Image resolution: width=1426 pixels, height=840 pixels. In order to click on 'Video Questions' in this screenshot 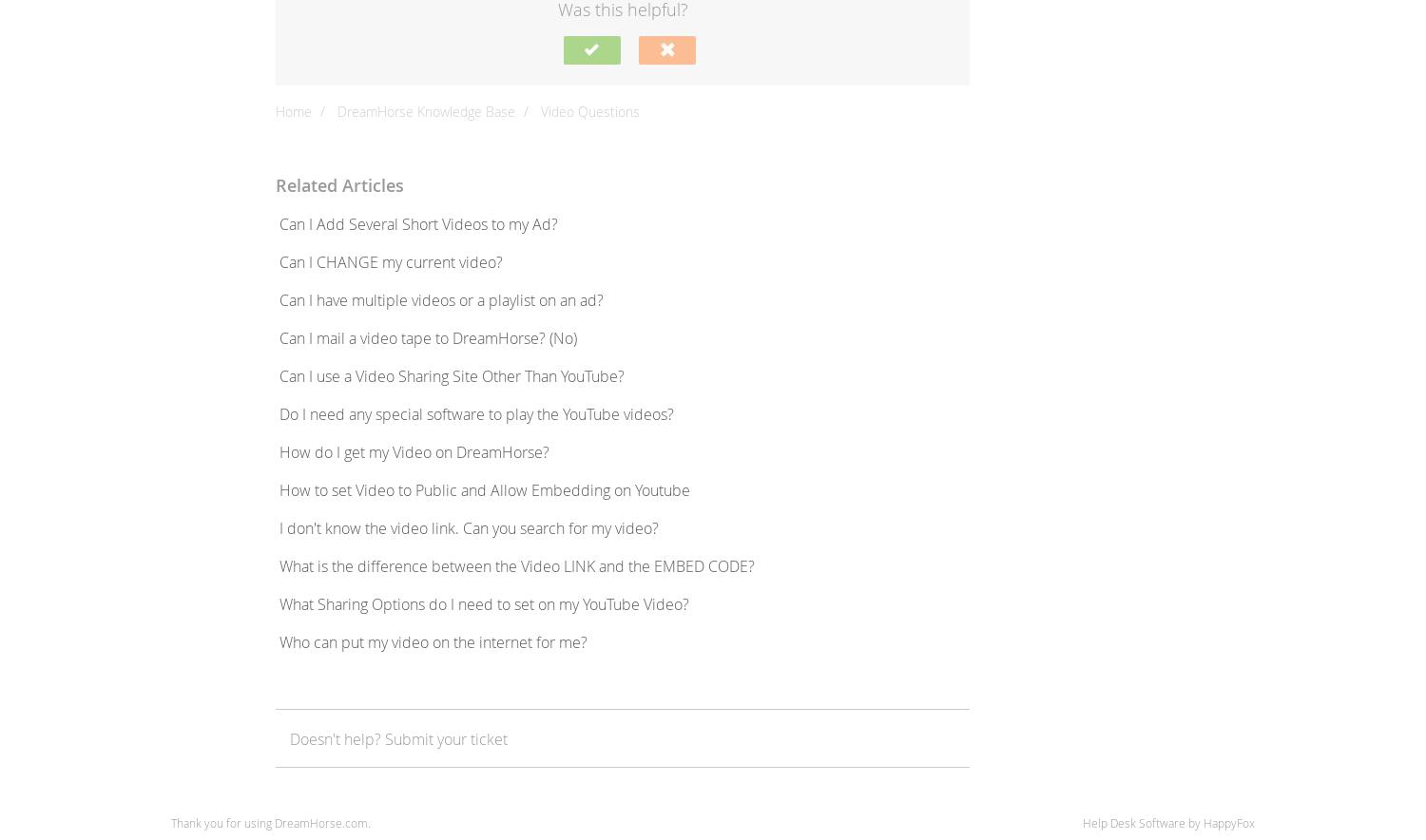, I will do `click(539, 110)`.